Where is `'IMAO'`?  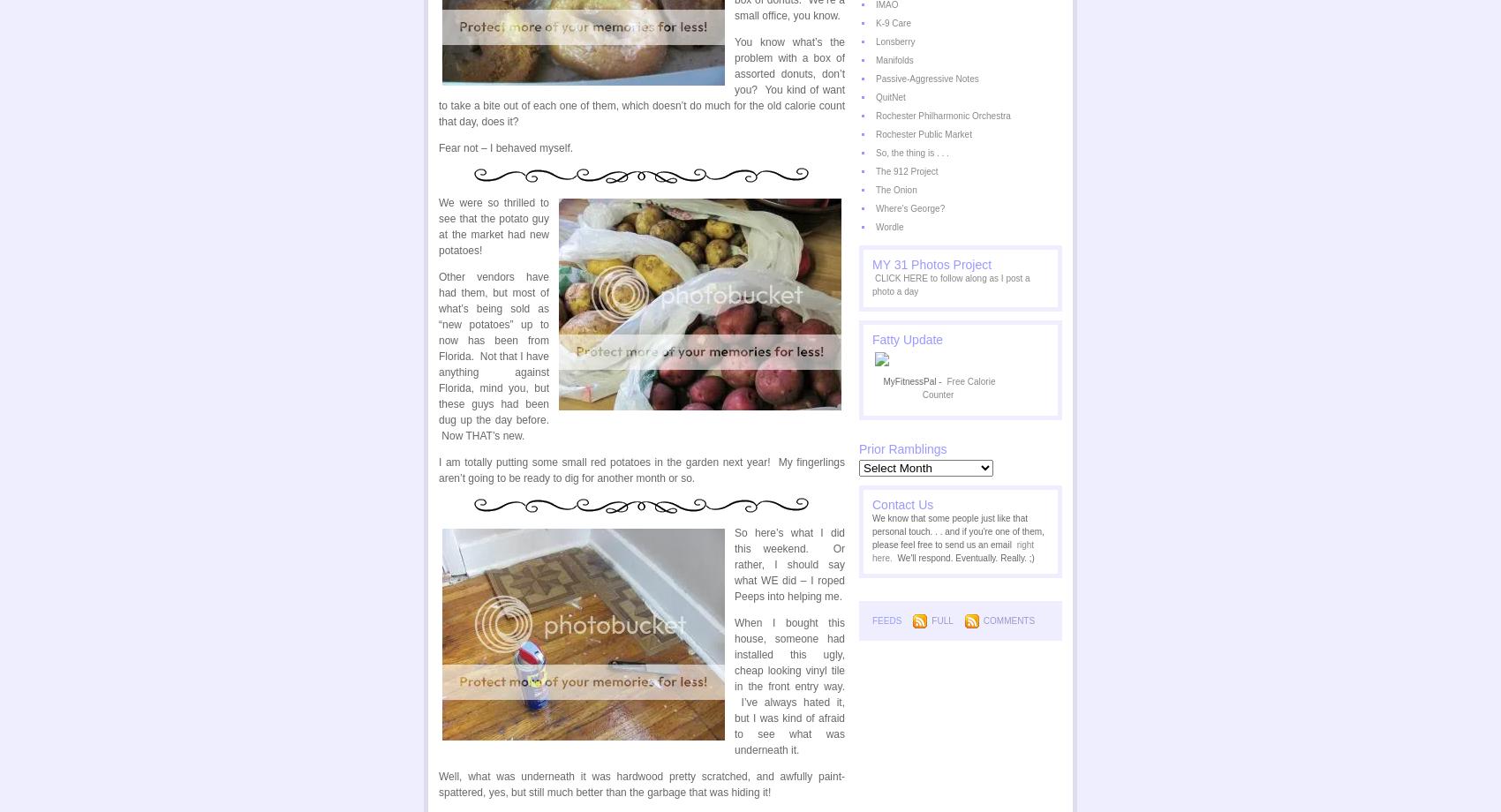 'IMAO' is located at coordinates (886, 4).